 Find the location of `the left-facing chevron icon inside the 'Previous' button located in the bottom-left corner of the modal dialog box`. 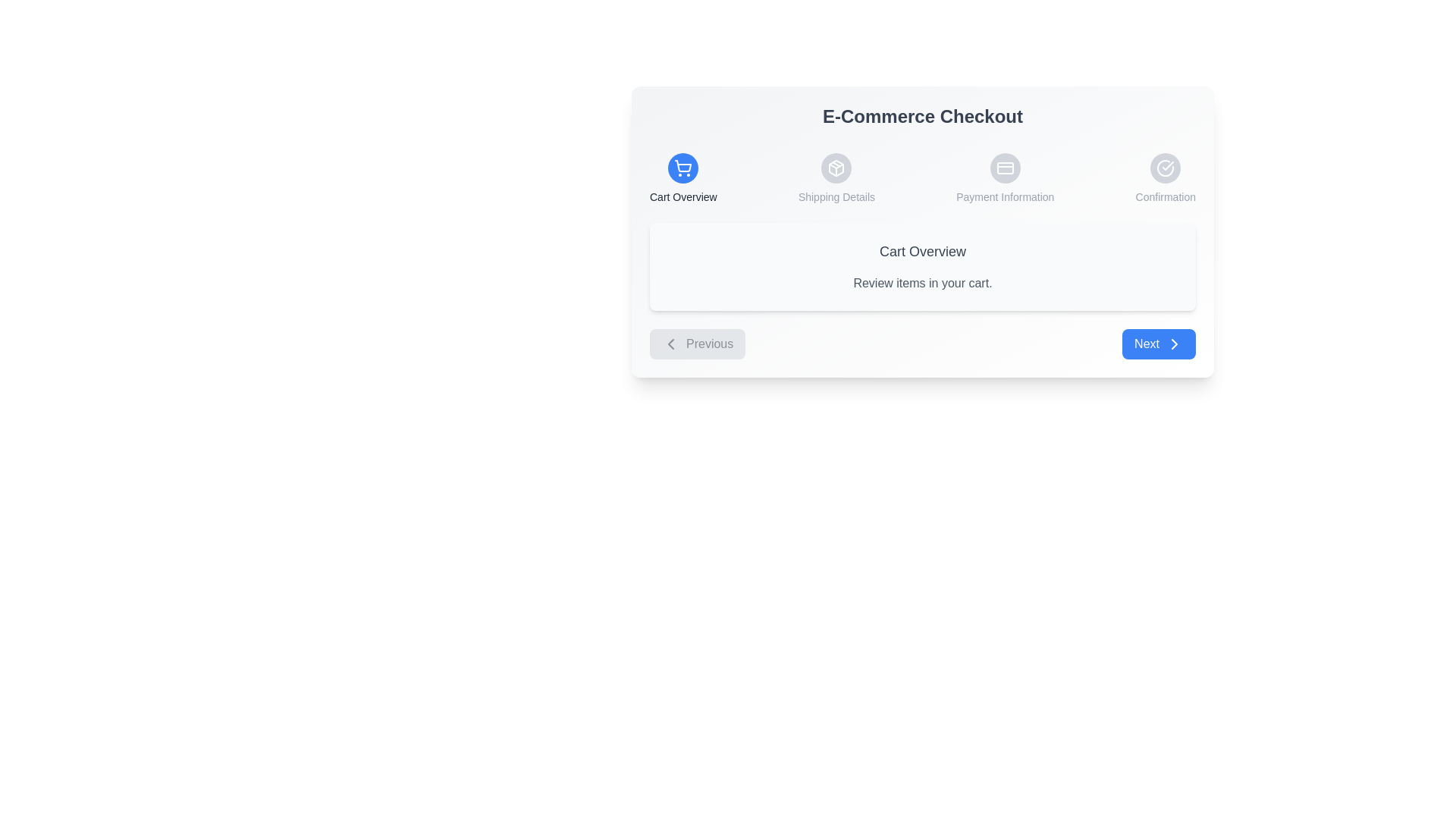

the left-facing chevron icon inside the 'Previous' button located in the bottom-left corner of the modal dialog box is located at coordinates (670, 344).